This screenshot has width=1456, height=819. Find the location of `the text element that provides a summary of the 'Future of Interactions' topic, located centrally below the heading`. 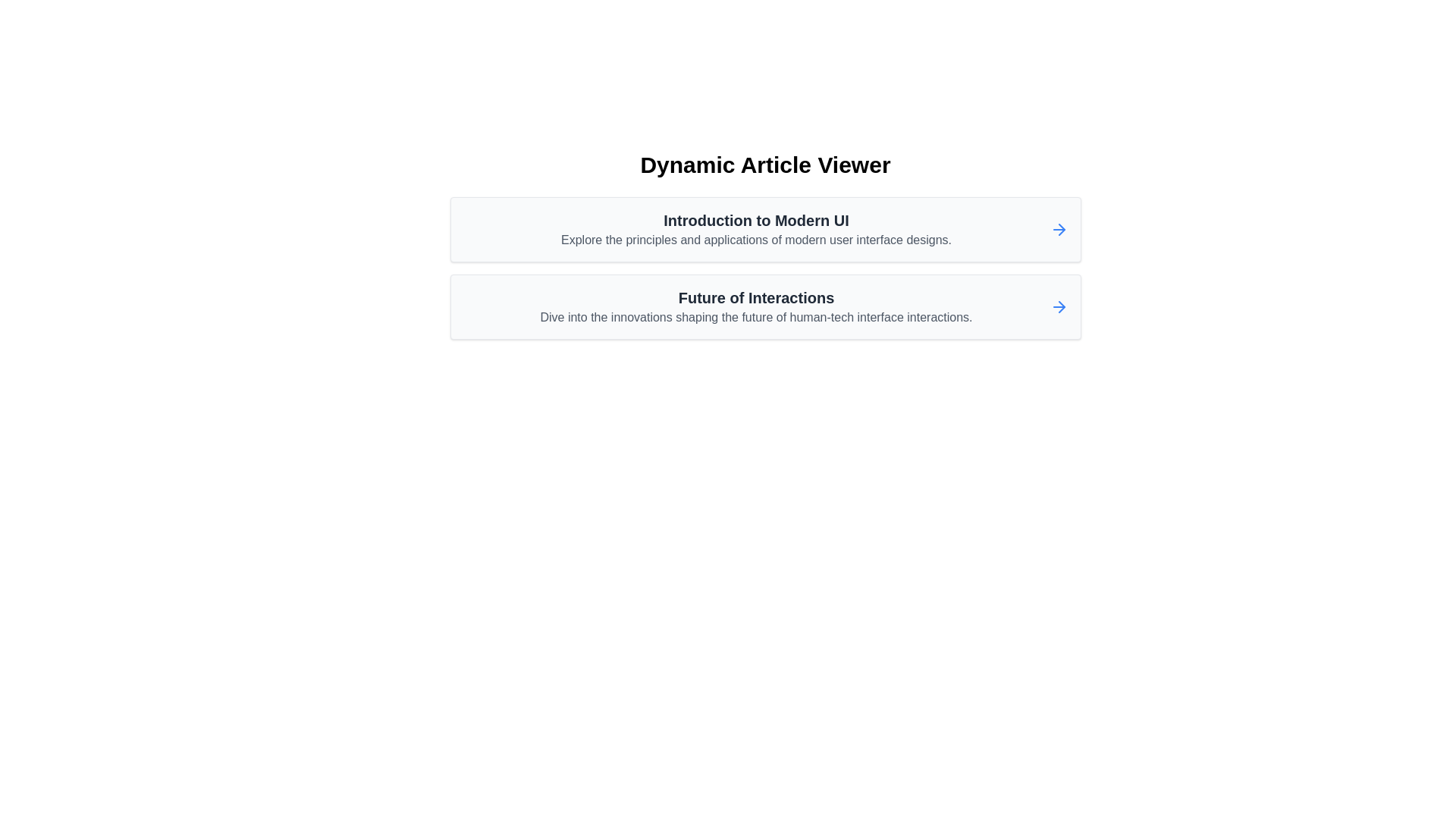

the text element that provides a summary of the 'Future of Interactions' topic, located centrally below the heading is located at coordinates (756, 317).